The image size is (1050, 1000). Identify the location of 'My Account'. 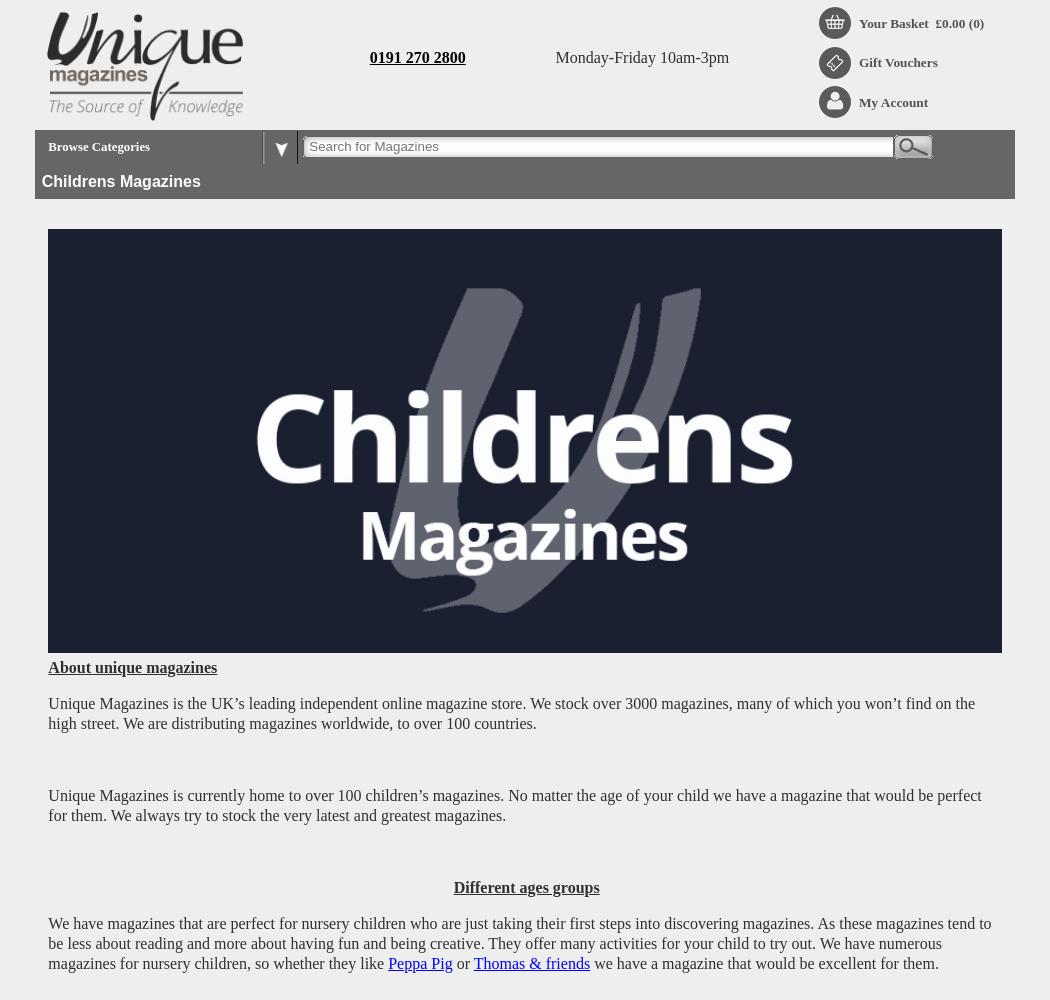
(892, 100).